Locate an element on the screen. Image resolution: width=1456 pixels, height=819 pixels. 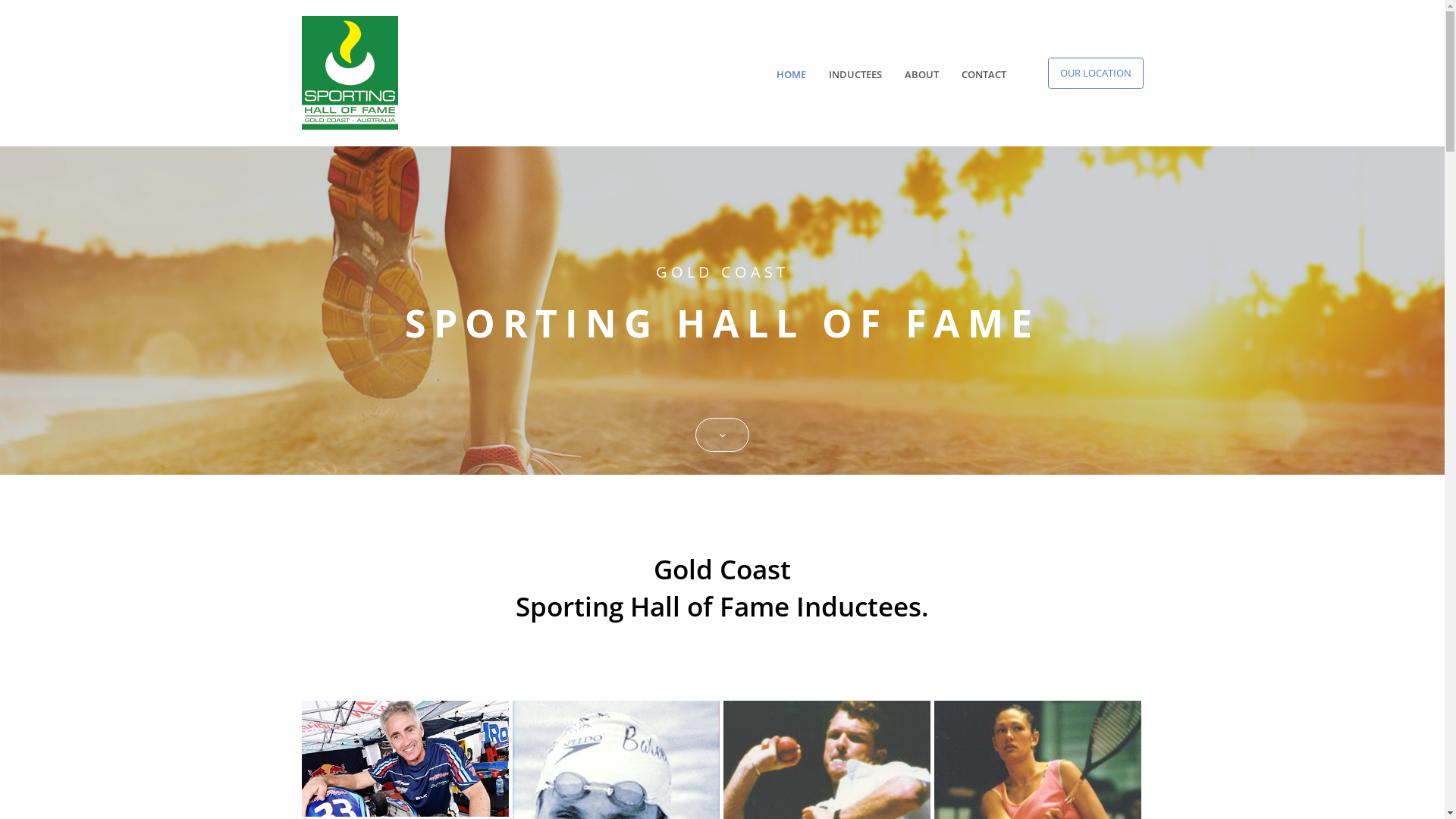
'INDUCTEES' is located at coordinates (855, 74).